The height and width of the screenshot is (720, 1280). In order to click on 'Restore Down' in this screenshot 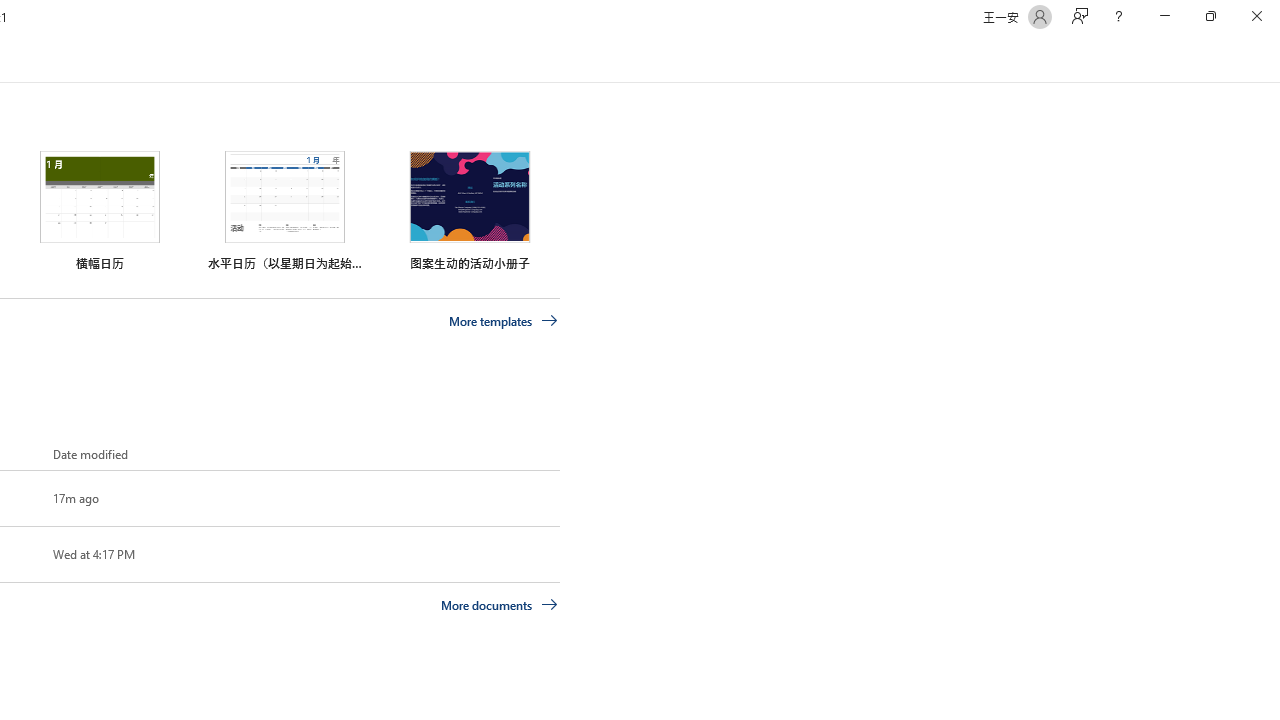, I will do `click(1209, 16)`.